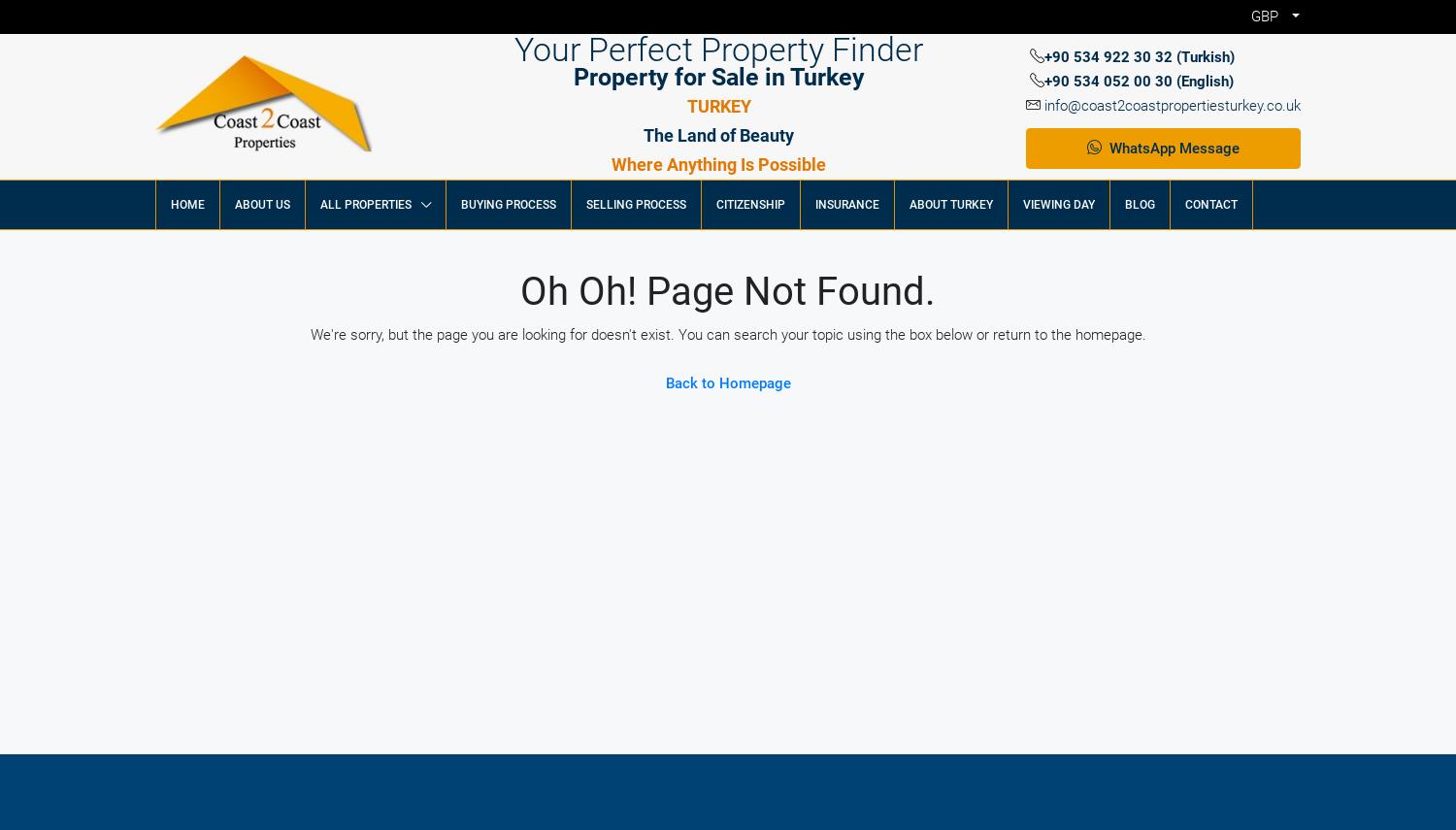 The width and height of the screenshot is (1456, 830). What do you see at coordinates (1042, 81) in the screenshot?
I see `'+90 534 052 00 30 (English)'` at bounding box center [1042, 81].